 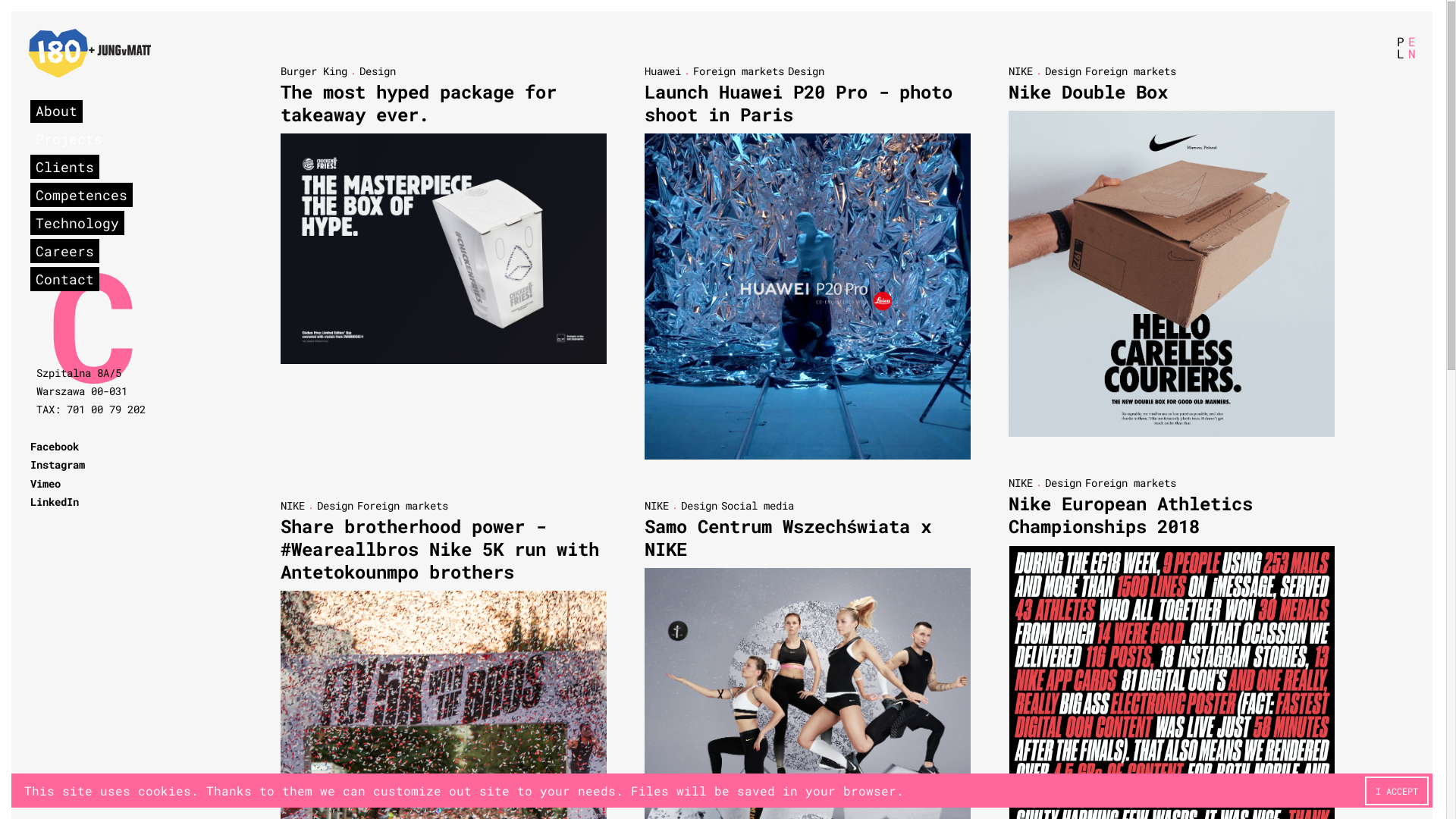 What do you see at coordinates (334, 507) in the screenshot?
I see `'Design'` at bounding box center [334, 507].